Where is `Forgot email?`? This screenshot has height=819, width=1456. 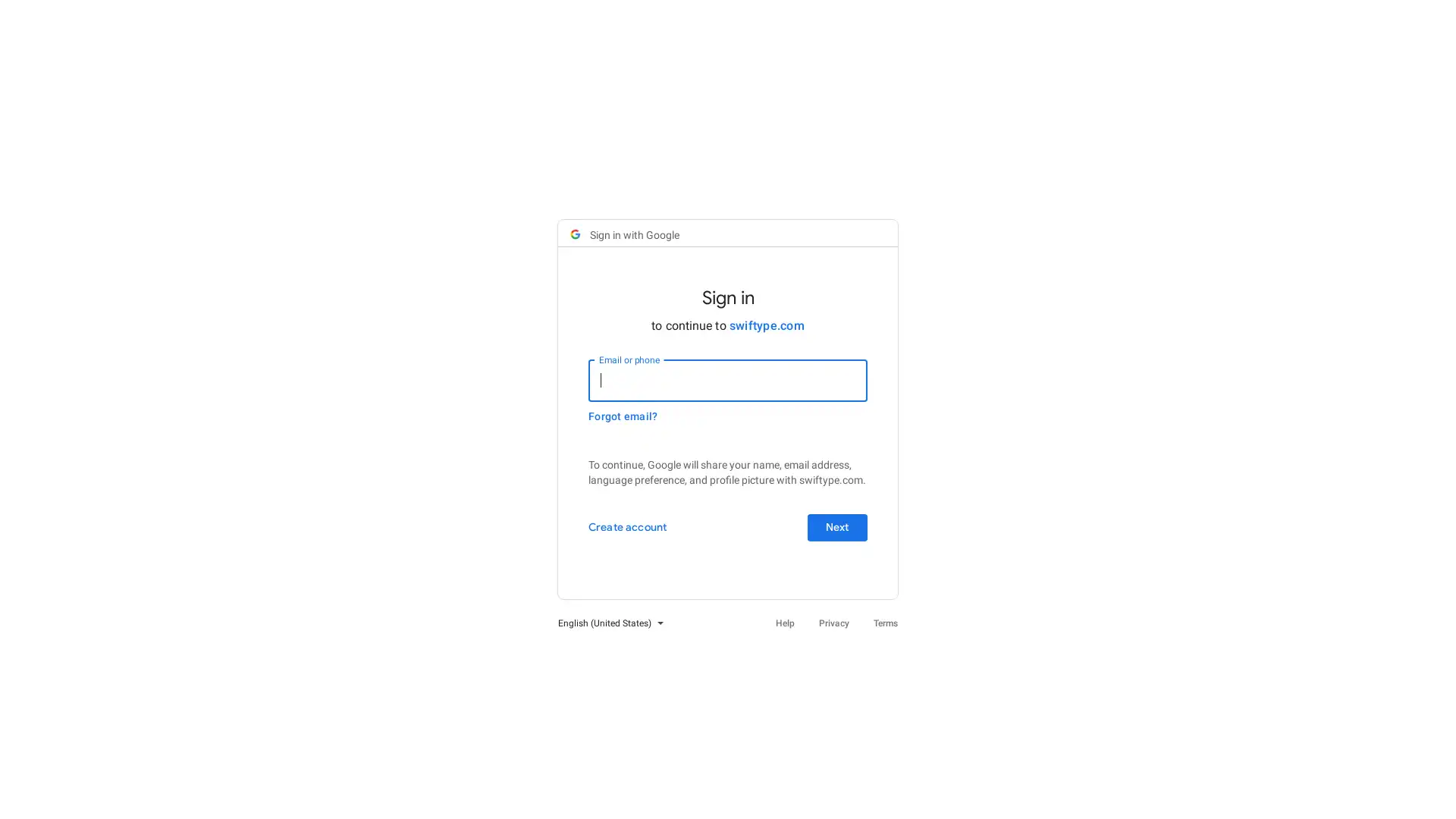 Forgot email? is located at coordinates (623, 415).